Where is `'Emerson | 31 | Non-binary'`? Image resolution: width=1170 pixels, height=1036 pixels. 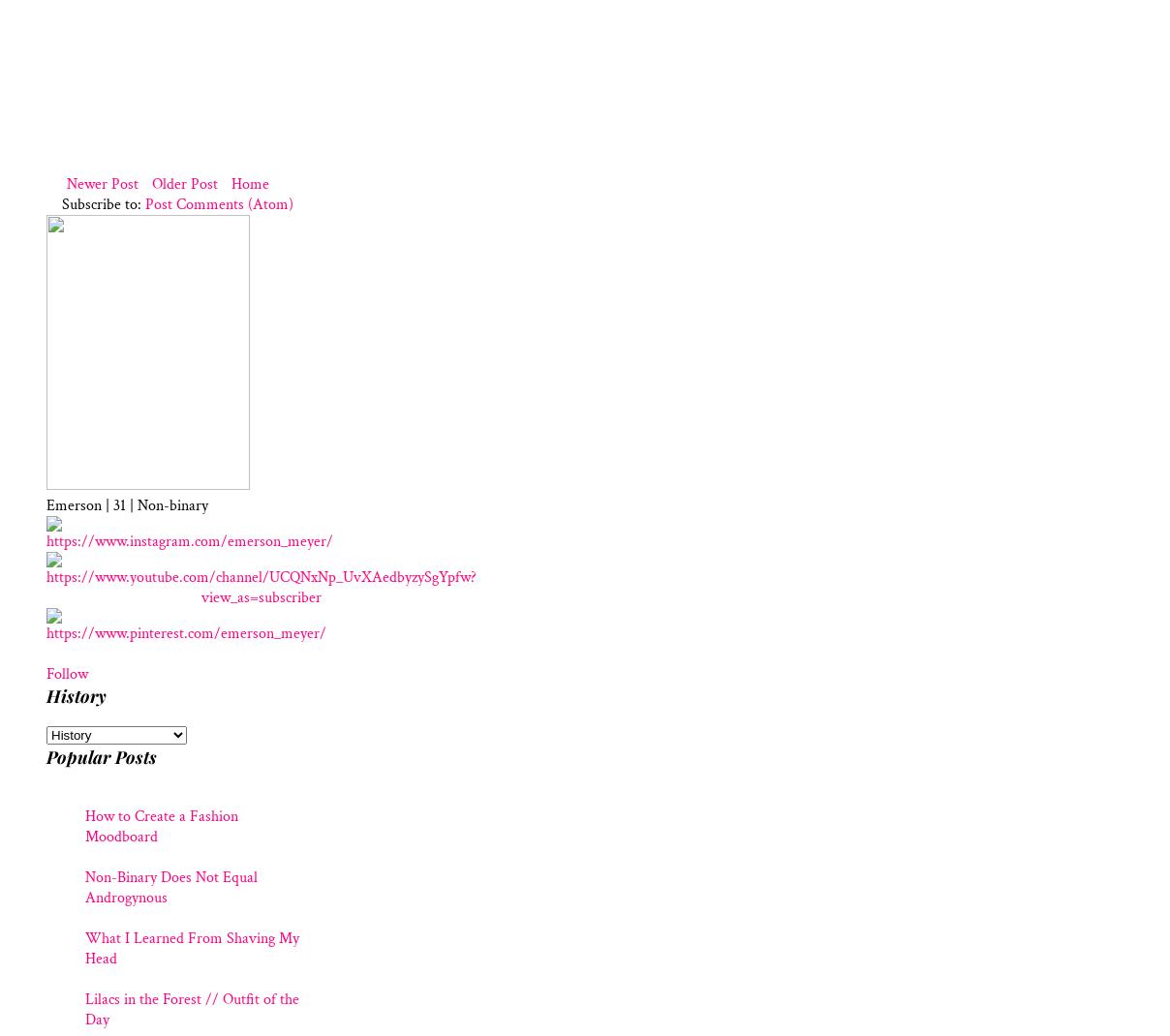 'Emerson | 31 | Non-binary' is located at coordinates (126, 504).